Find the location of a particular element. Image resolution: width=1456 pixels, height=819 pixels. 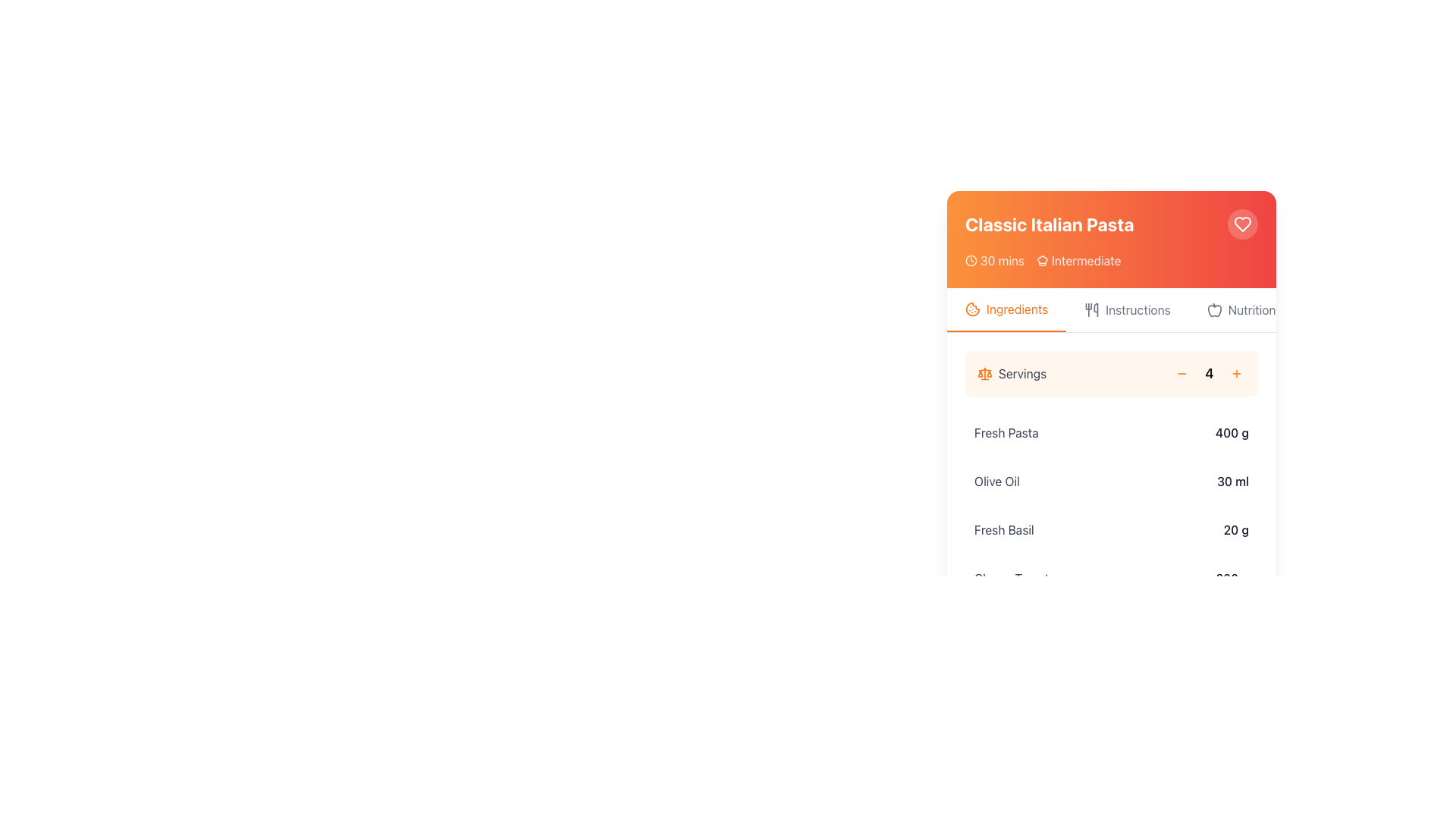

the list item row displaying 'Cherry Tomatoes' and '200 g', which is the bottom-most item in the ingredient list is located at coordinates (1111, 579).